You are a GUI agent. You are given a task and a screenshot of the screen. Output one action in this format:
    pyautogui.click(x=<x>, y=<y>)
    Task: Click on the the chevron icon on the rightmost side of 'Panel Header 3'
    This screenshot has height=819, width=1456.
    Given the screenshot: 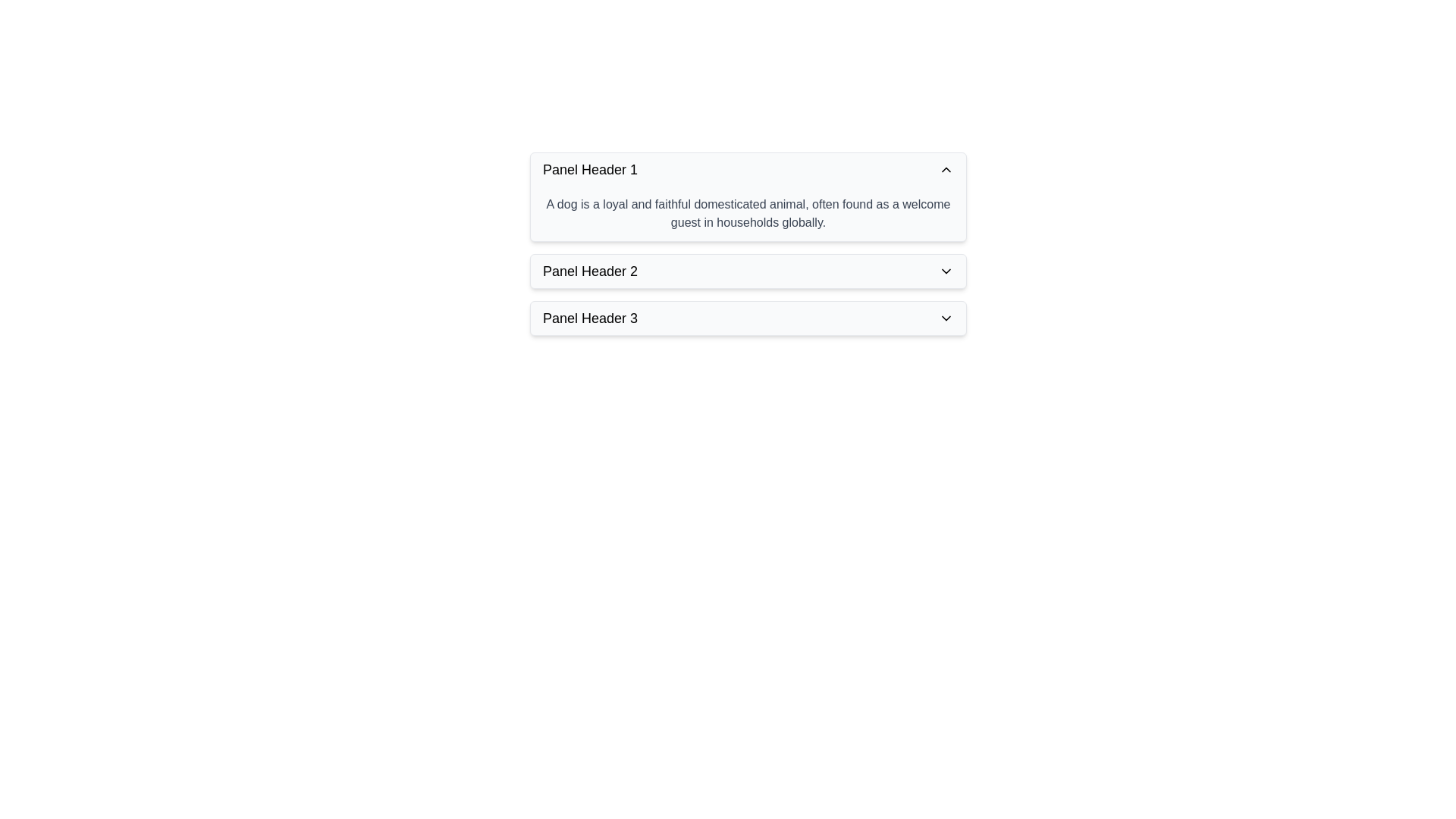 What is the action you would take?
    pyautogui.click(x=946, y=318)
    